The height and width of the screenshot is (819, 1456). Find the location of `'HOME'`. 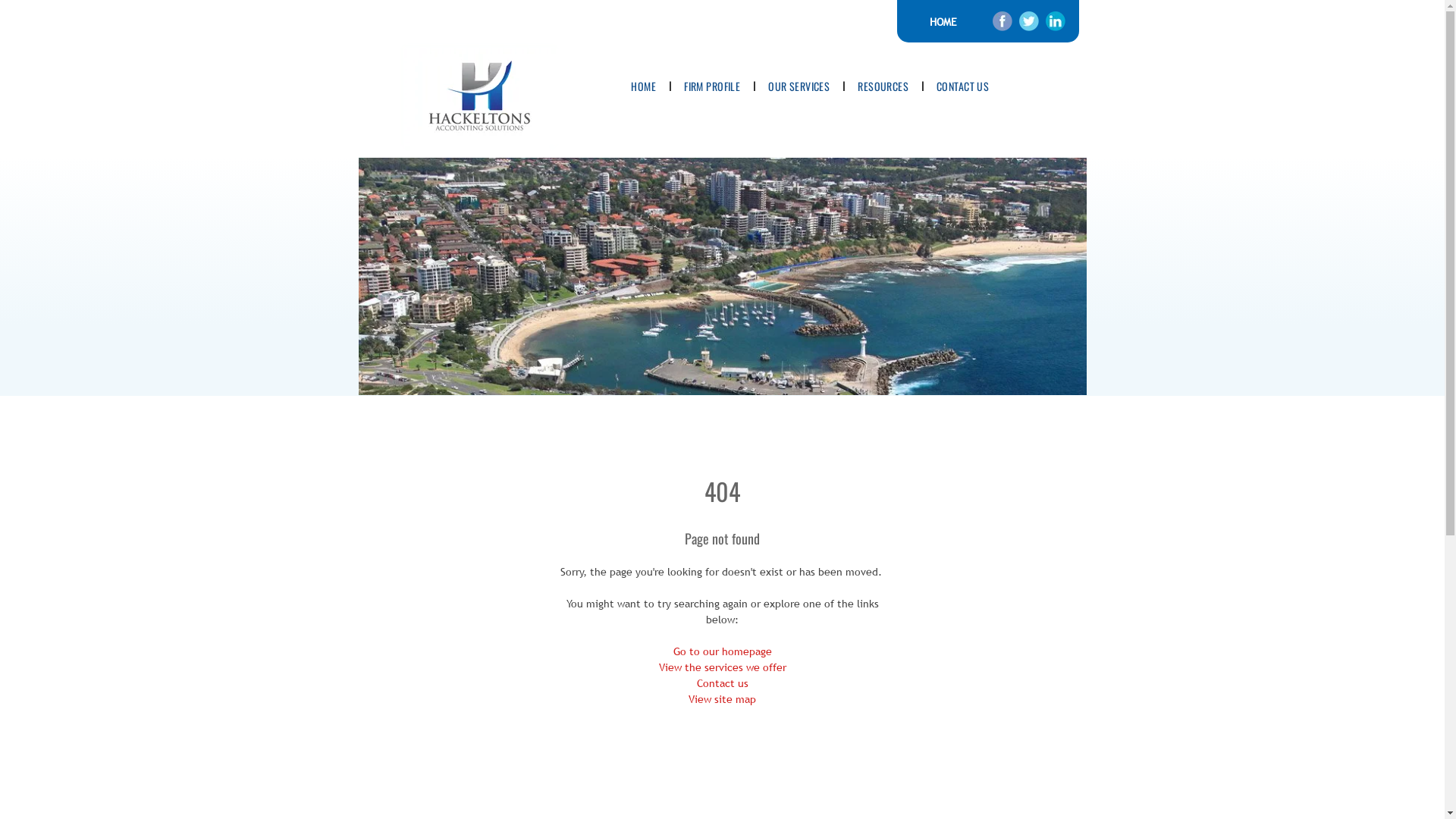

'HOME' is located at coordinates (643, 86).